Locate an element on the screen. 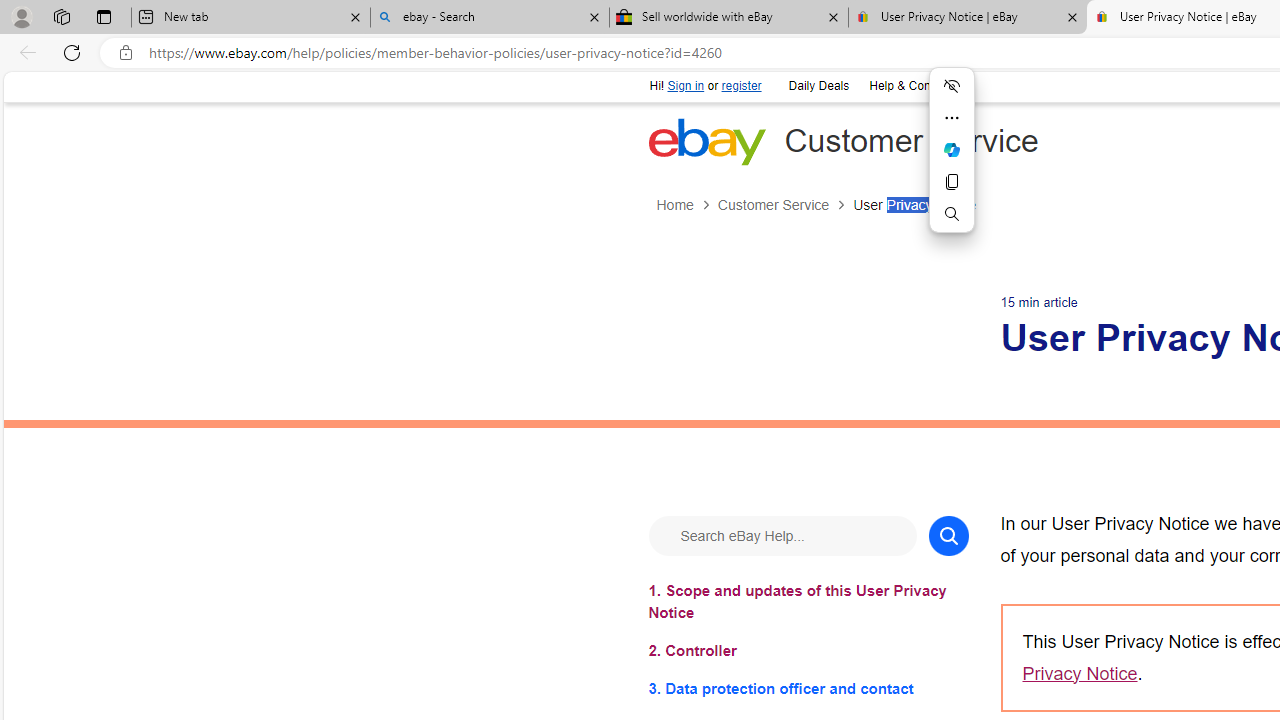 The width and height of the screenshot is (1280, 720). '1. Scope and updates of this User Privacy Notice' is located at coordinates (808, 600).